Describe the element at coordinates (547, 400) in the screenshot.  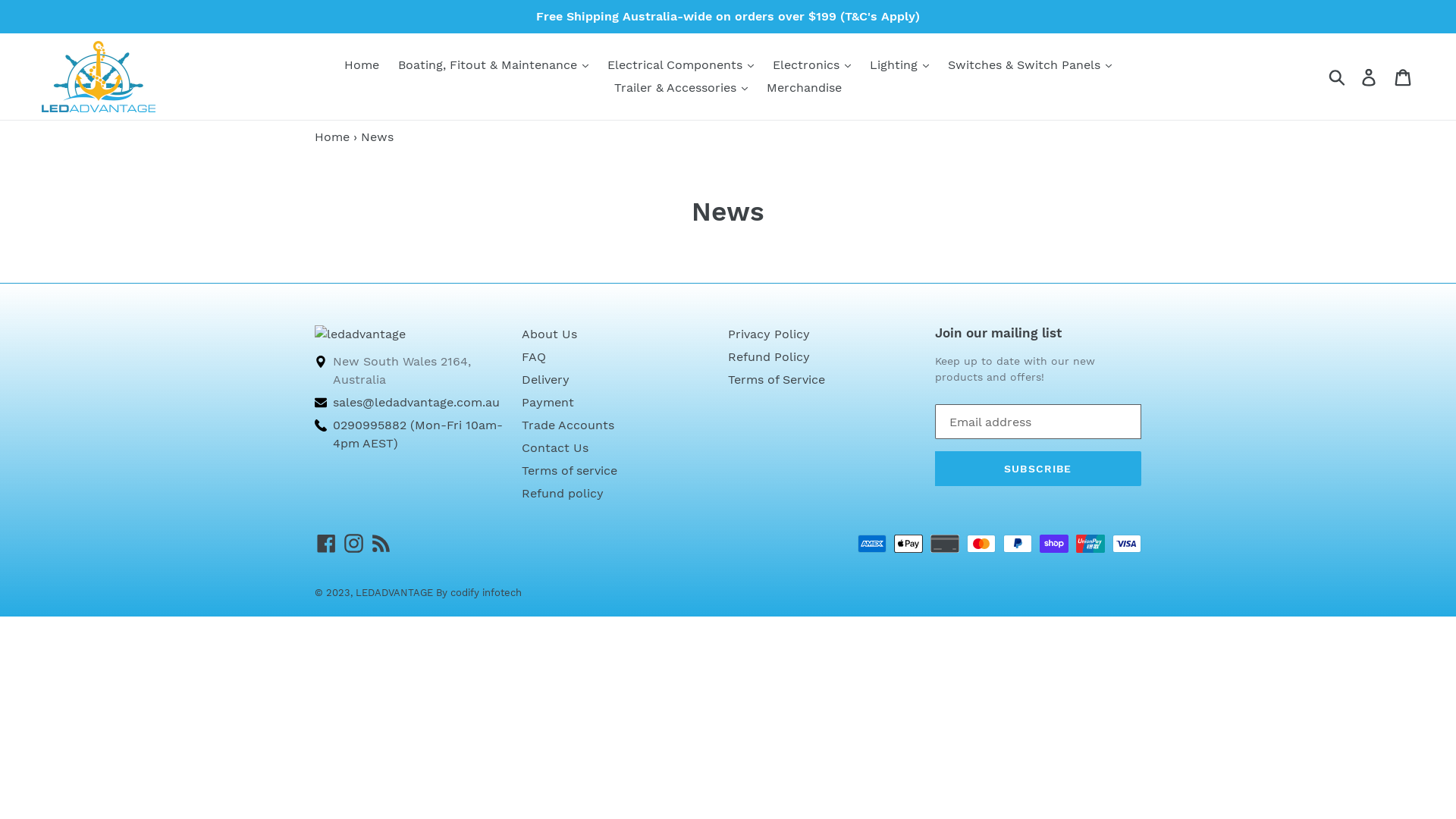
I see `'Payment'` at that location.